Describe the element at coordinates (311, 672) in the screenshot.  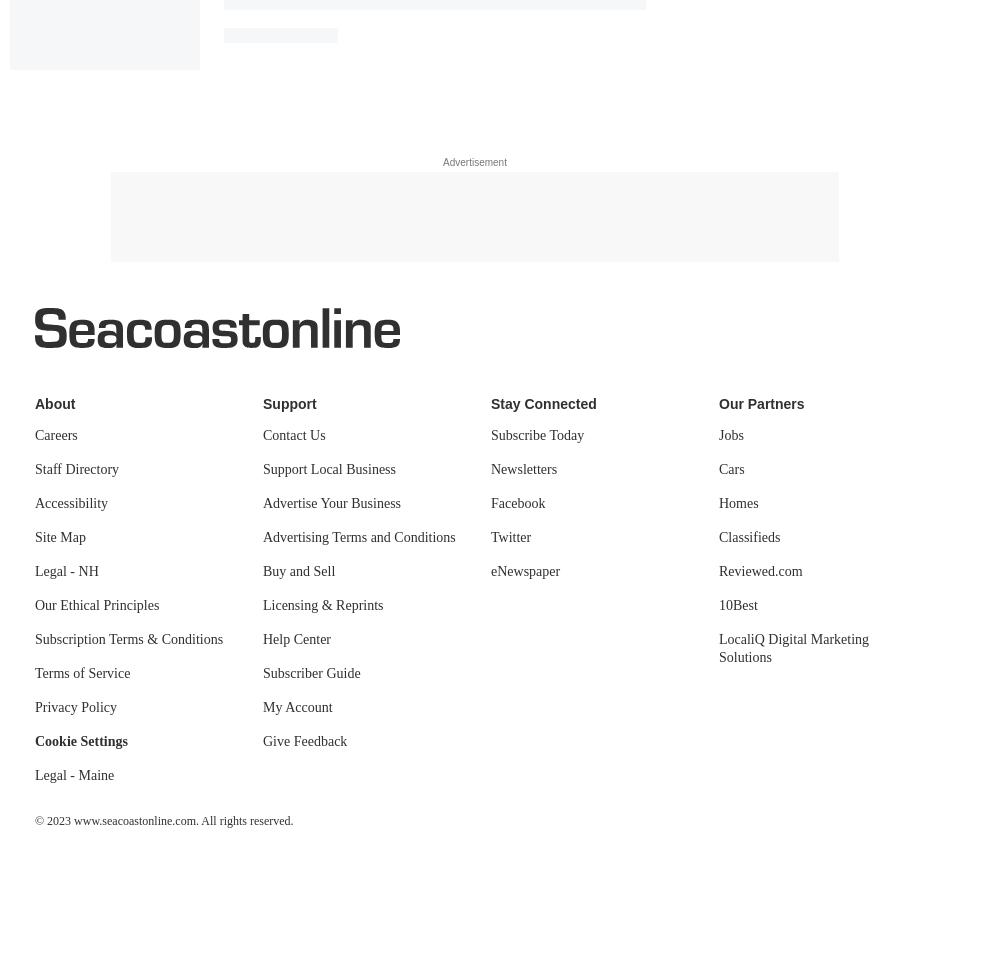
I see `'Subscriber Guide'` at that location.